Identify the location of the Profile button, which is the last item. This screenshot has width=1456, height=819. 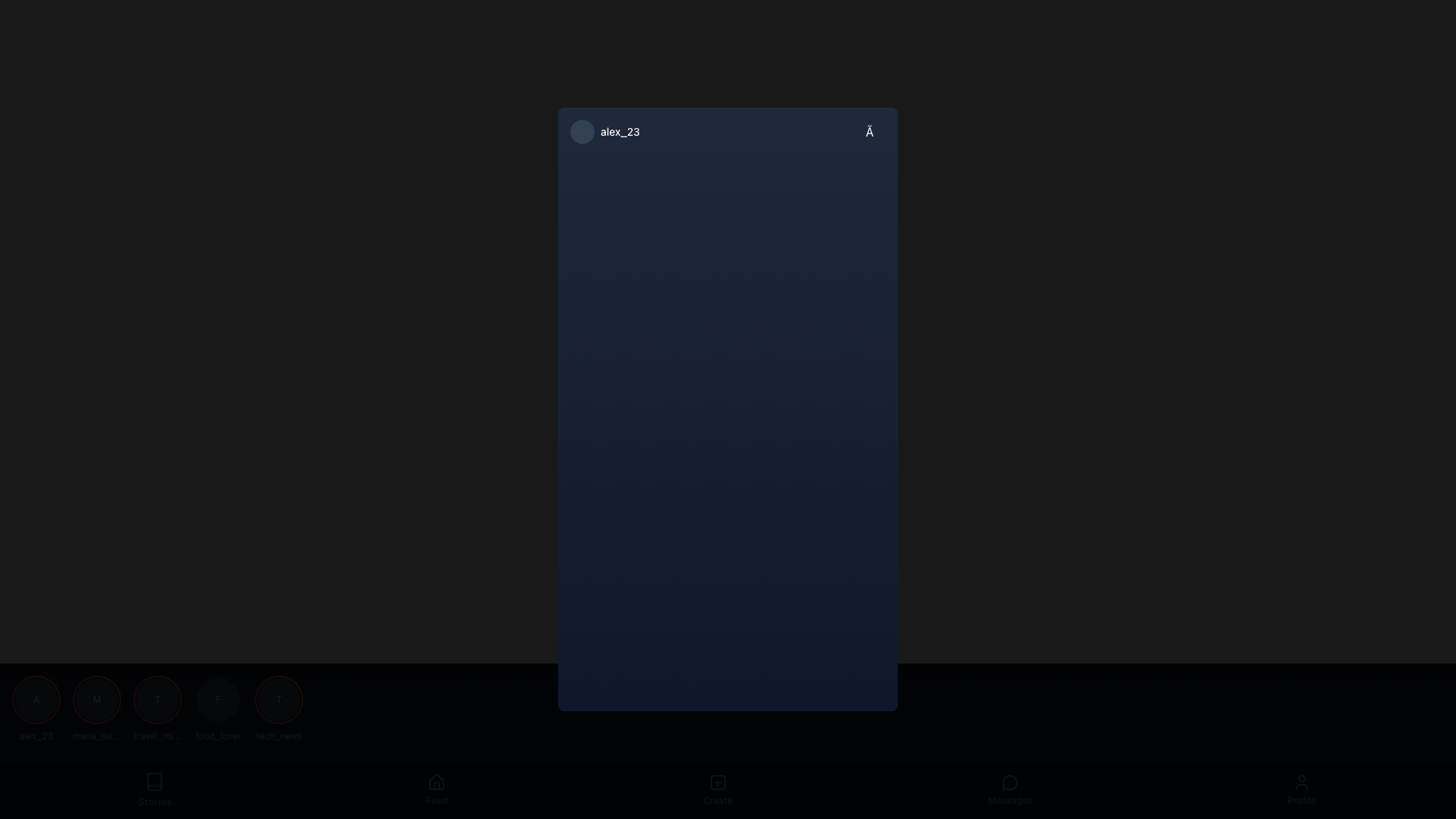
(1301, 789).